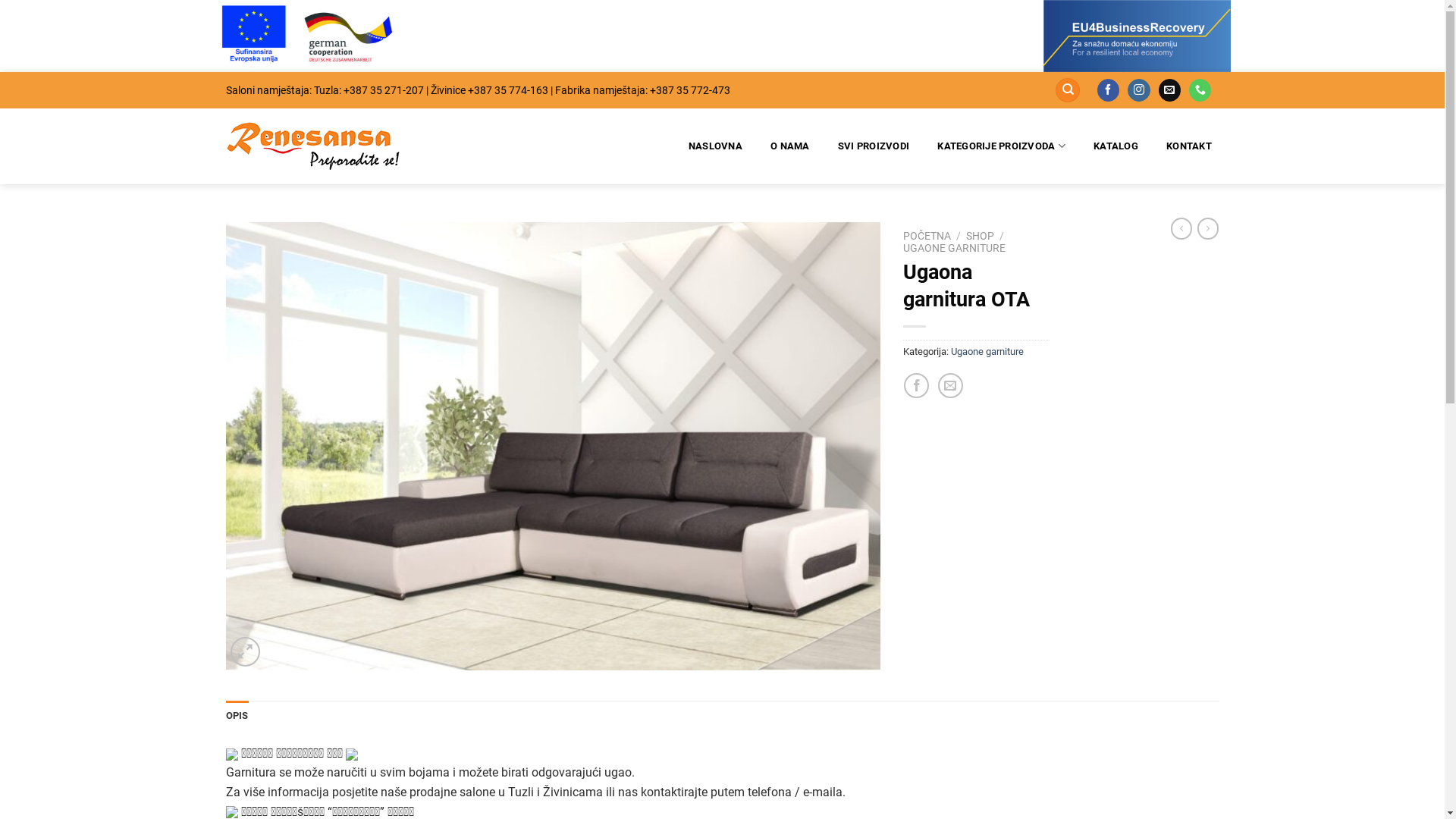 This screenshot has height=819, width=1456. I want to click on '+387 35 271-207', so click(341, 90).